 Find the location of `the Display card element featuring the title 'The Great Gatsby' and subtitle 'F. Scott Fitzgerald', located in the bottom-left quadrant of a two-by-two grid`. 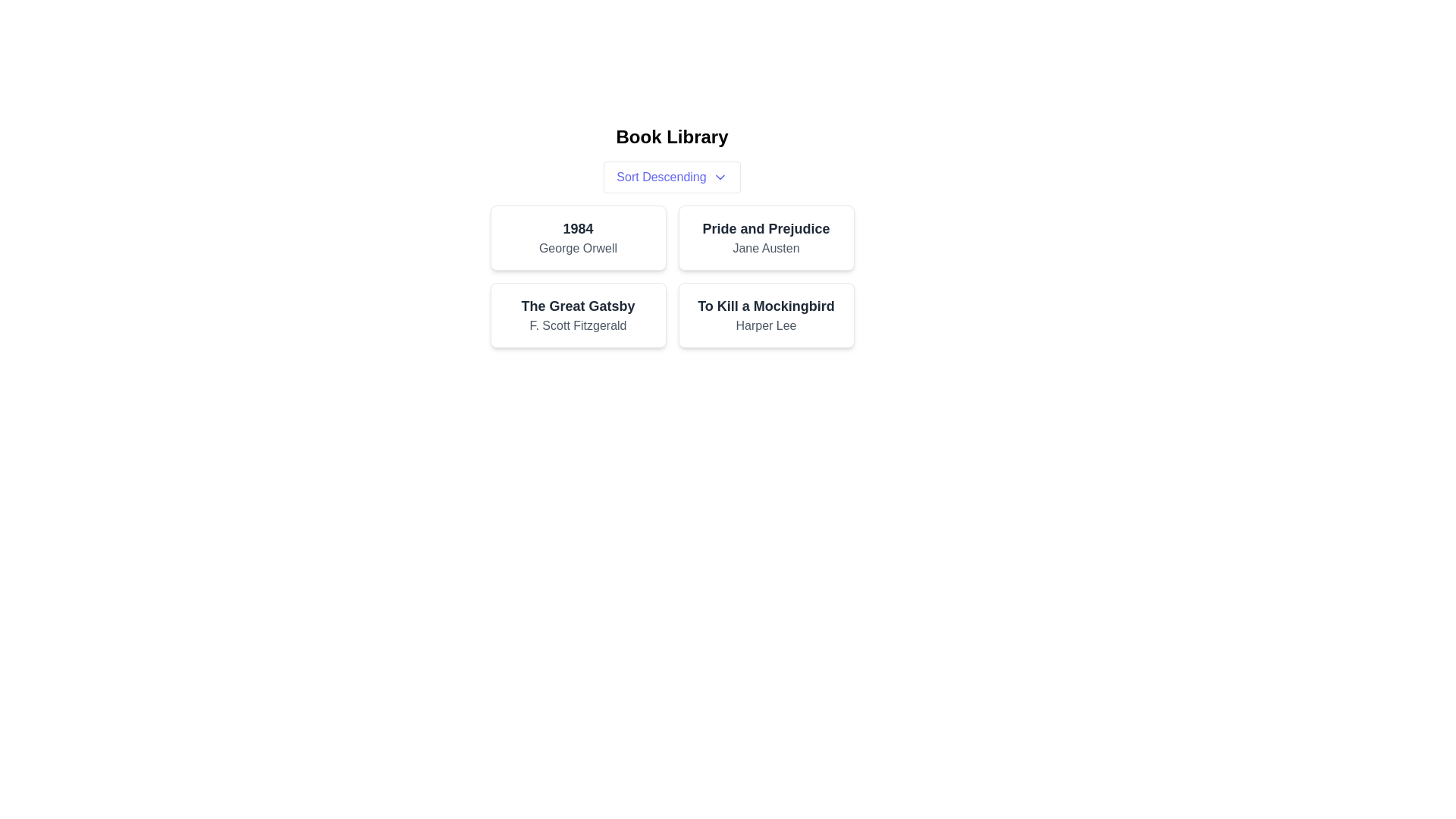

the Display card element featuring the title 'The Great Gatsby' and subtitle 'F. Scott Fitzgerald', located in the bottom-left quadrant of a two-by-two grid is located at coordinates (577, 315).